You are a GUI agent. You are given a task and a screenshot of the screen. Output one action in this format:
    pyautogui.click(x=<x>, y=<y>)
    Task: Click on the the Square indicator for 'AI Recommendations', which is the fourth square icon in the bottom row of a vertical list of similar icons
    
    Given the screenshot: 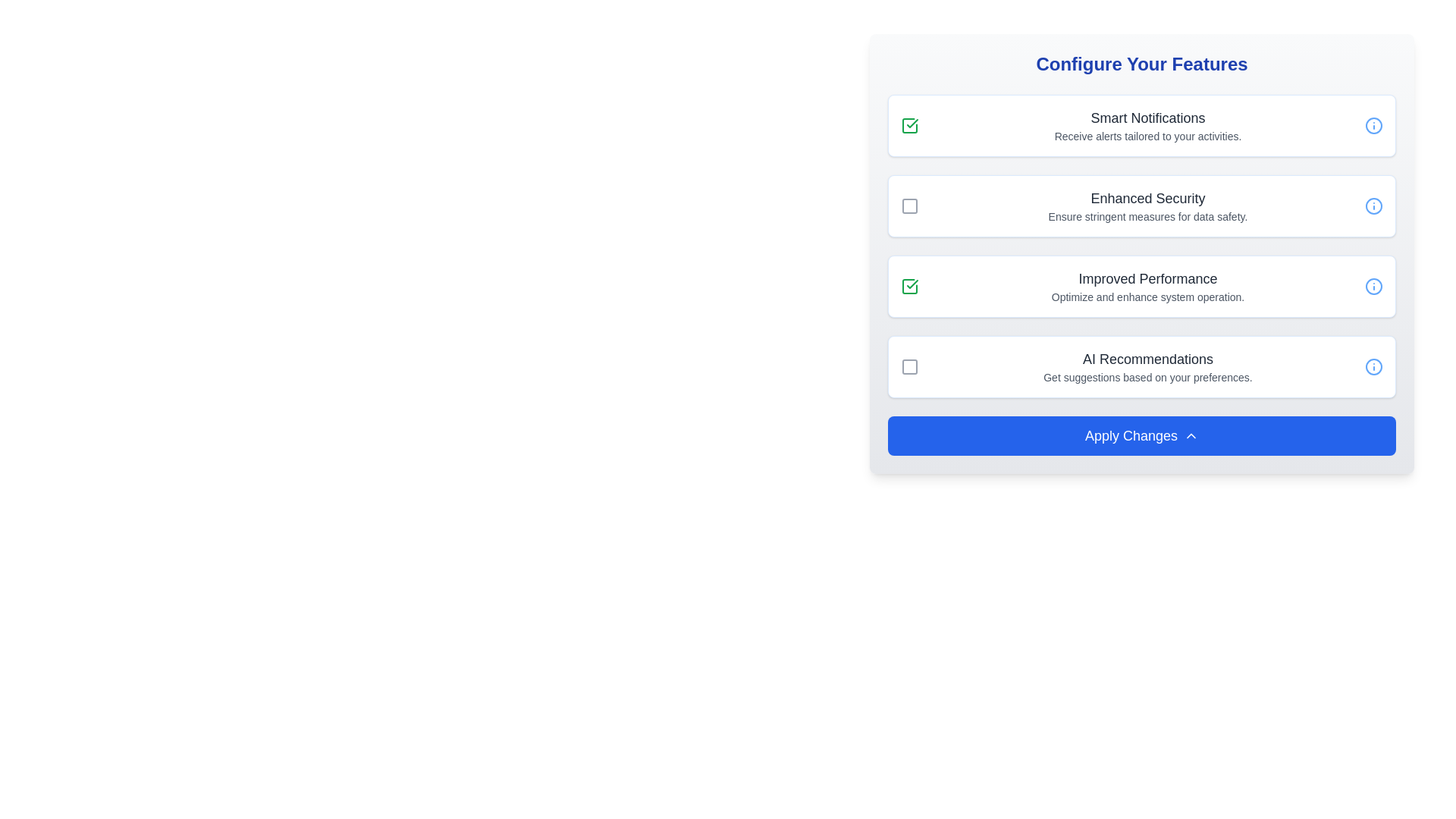 What is the action you would take?
    pyautogui.click(x=910, y=366)
    